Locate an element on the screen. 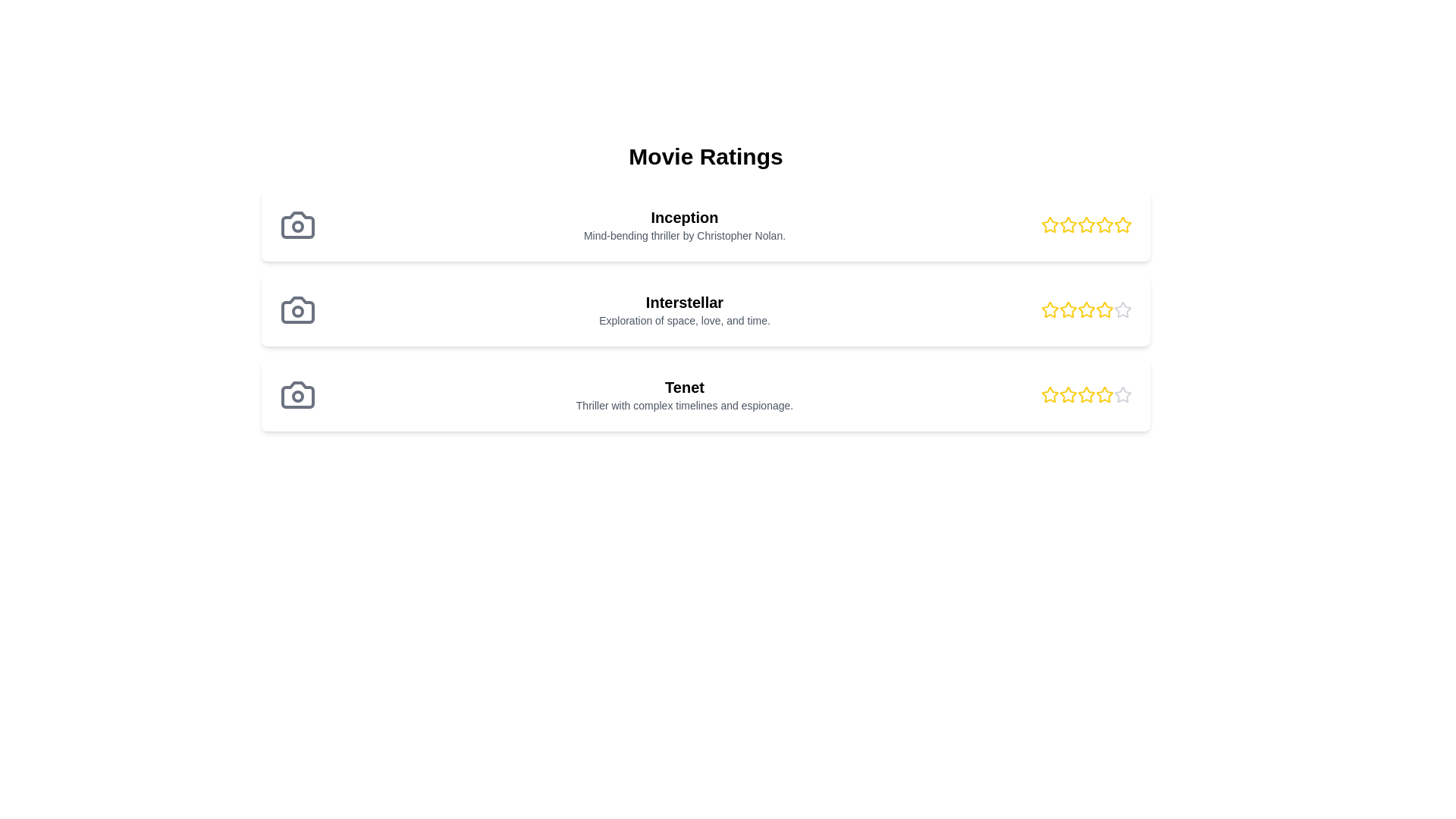 This screenshot has height=819, width=1456. the SVG camera icon located at the top-left of the third row, characterized by a rectangular body and circular lens, styled in gray with rounded corners is located at coordinates (298, 394).